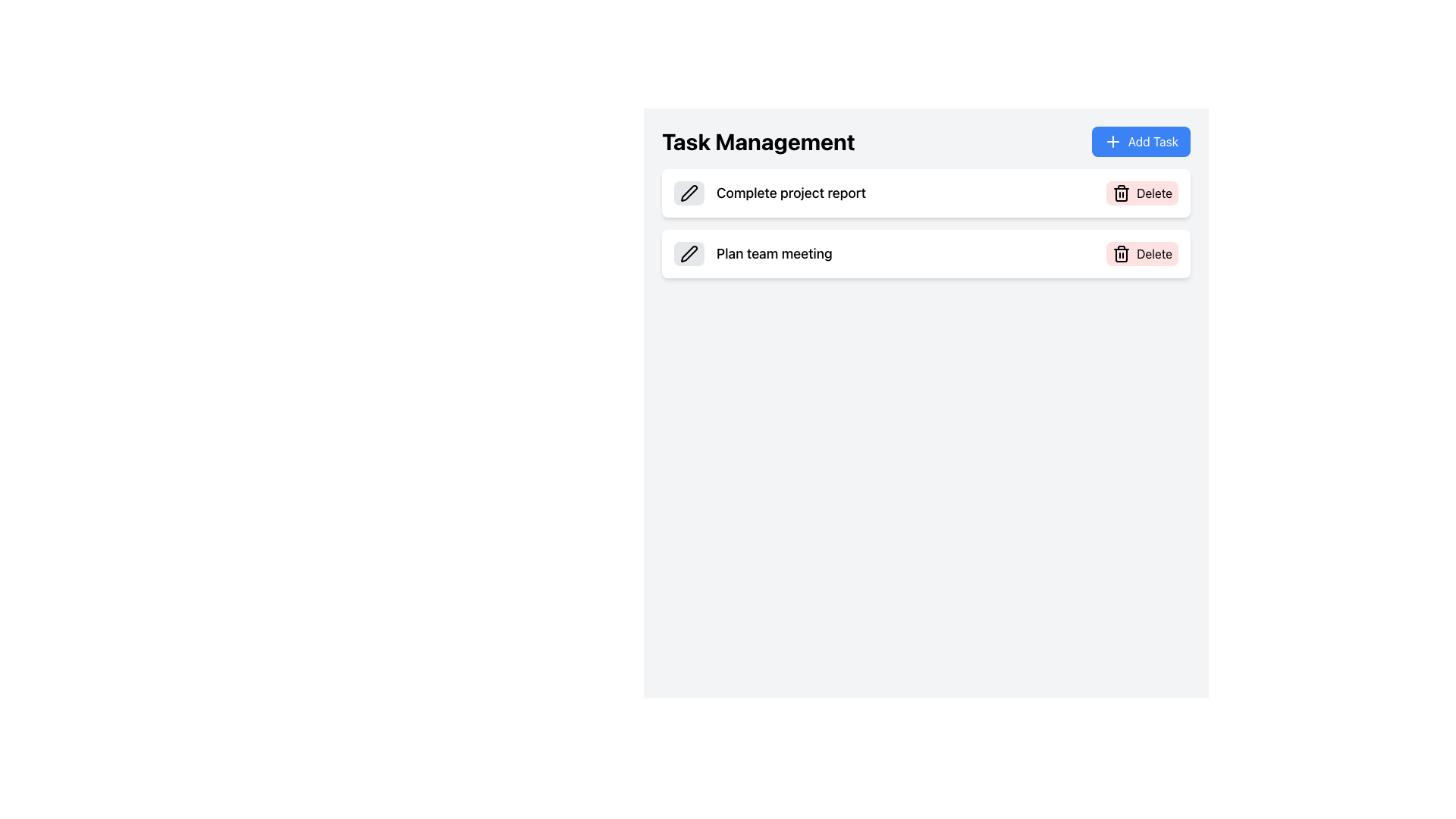  Describe the element at coordinates (1122, 192) in the screenshot. I see `the leftmost icon of the 'Delete' button` at that location.